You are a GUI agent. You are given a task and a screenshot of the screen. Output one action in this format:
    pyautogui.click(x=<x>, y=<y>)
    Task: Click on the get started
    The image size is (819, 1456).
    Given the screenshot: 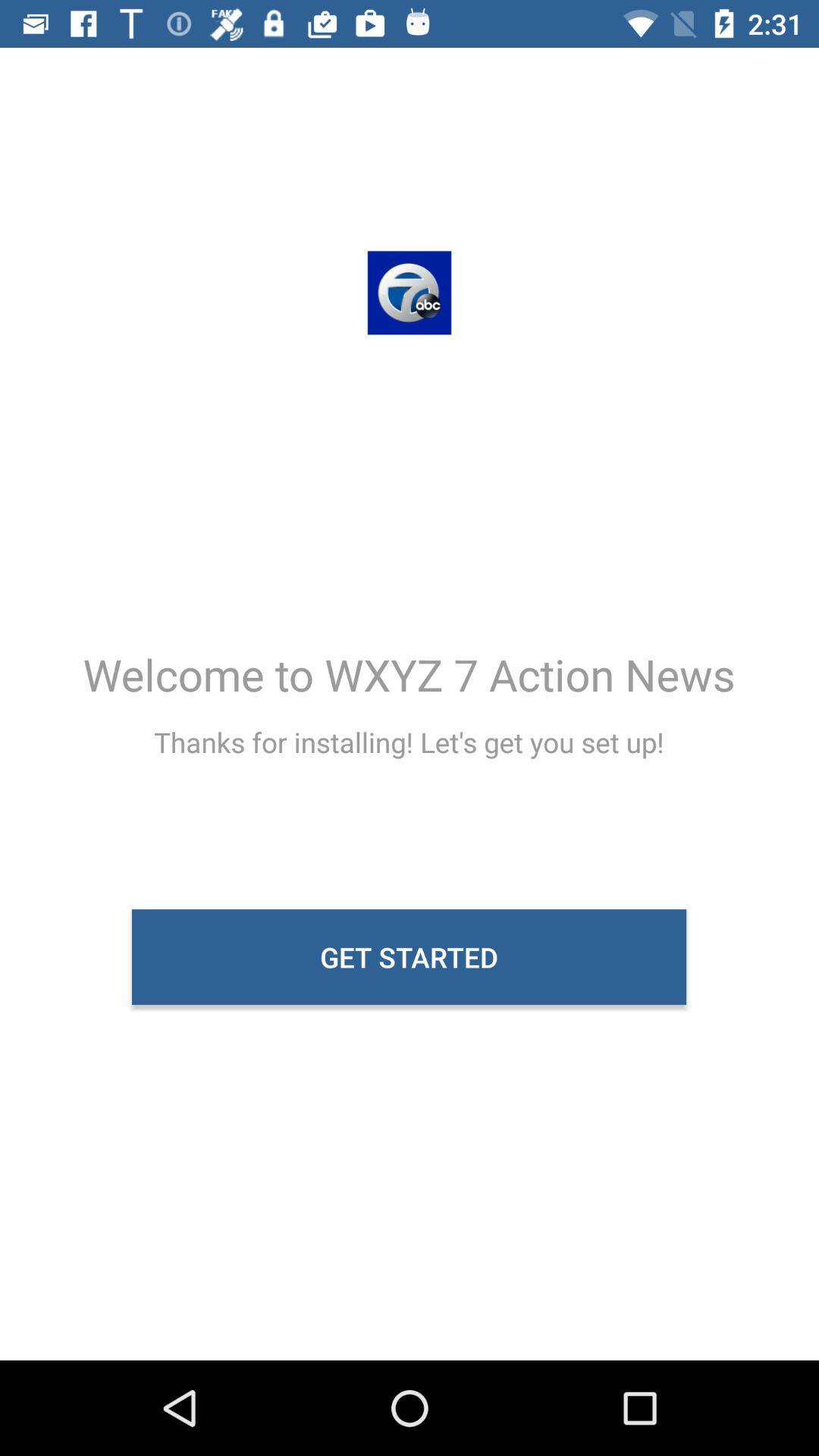 What is the action you would take?
    pyautogui.click(x=408, y=956)
    